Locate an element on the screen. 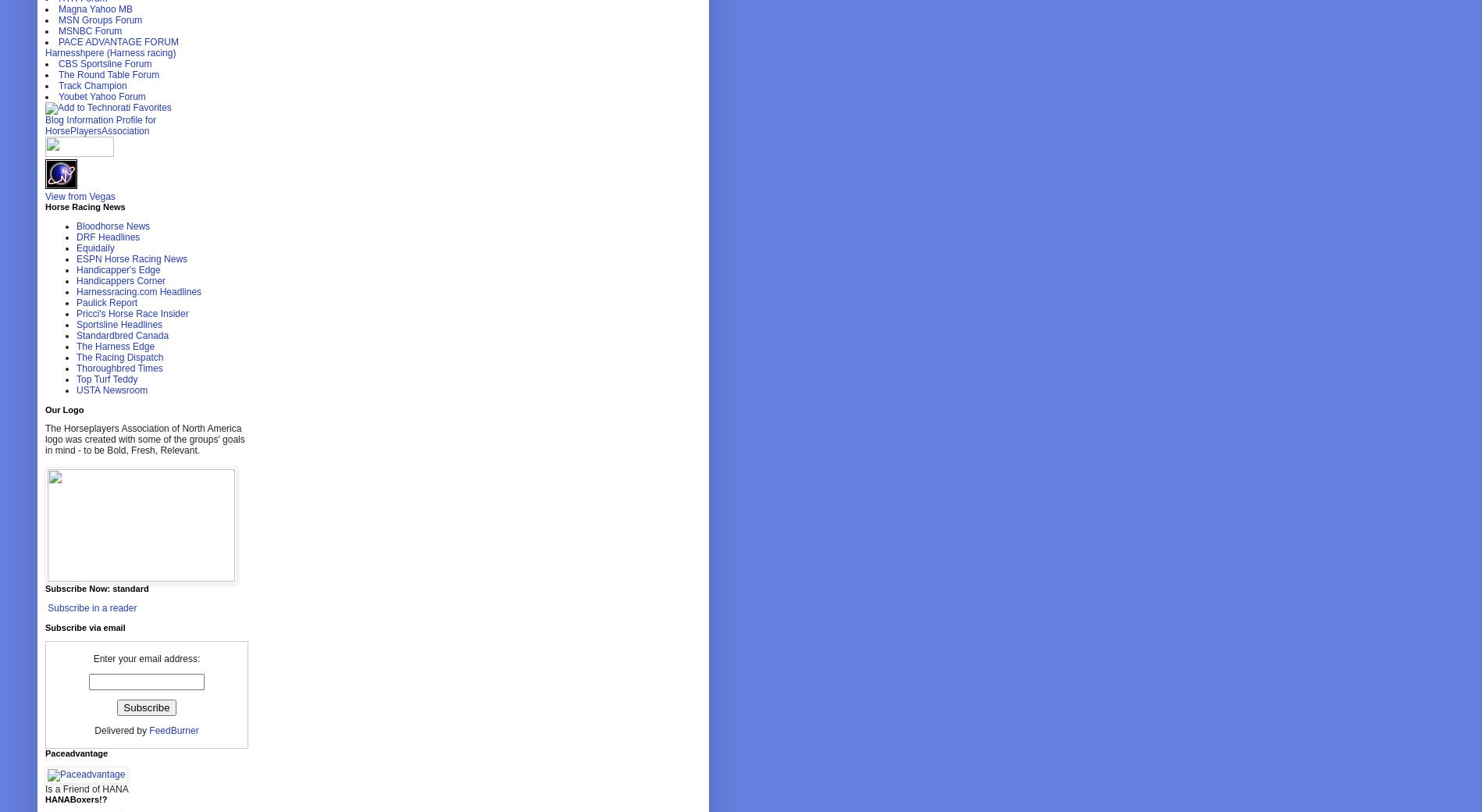  'Paceadvantage' is located at coordinates (45, 753).